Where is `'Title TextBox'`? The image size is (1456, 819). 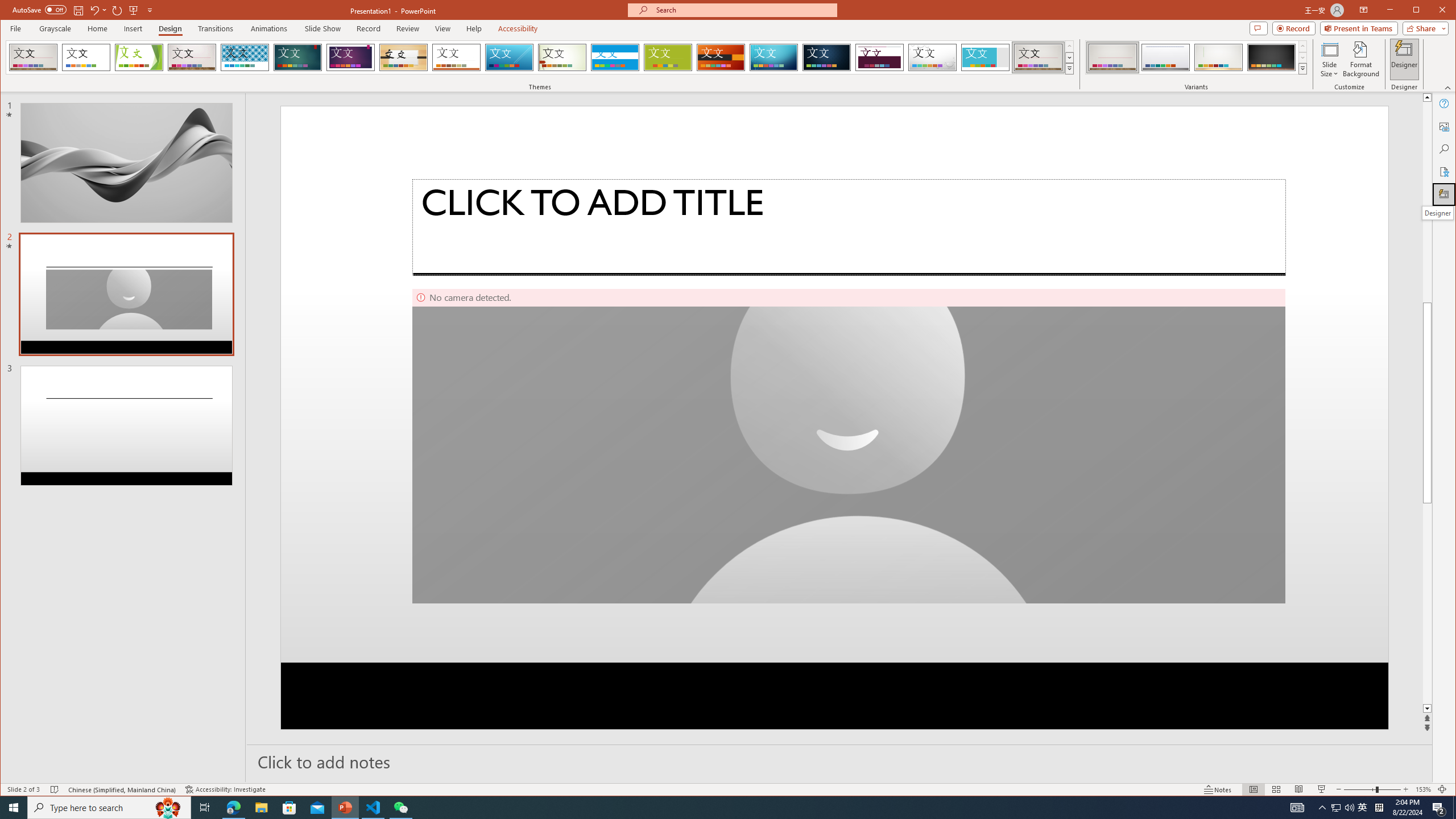 'Title TextBox' is located at coordinates (848, 226).